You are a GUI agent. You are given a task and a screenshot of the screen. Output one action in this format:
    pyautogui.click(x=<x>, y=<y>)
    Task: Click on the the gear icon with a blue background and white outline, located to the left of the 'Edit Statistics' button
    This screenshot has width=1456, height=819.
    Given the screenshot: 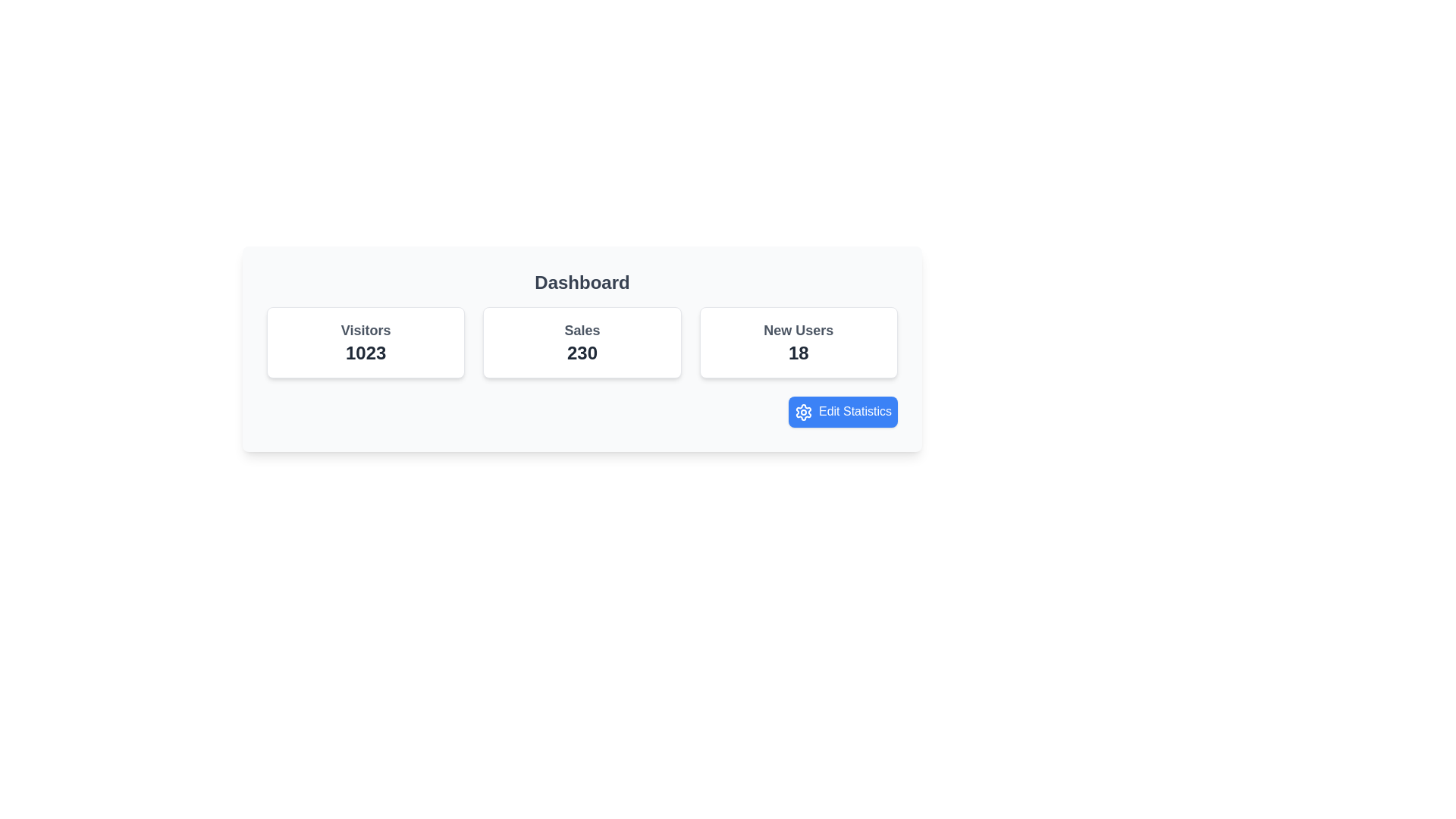 What is the action you would take?
    pyautogui.click(x=802, y=412)
    